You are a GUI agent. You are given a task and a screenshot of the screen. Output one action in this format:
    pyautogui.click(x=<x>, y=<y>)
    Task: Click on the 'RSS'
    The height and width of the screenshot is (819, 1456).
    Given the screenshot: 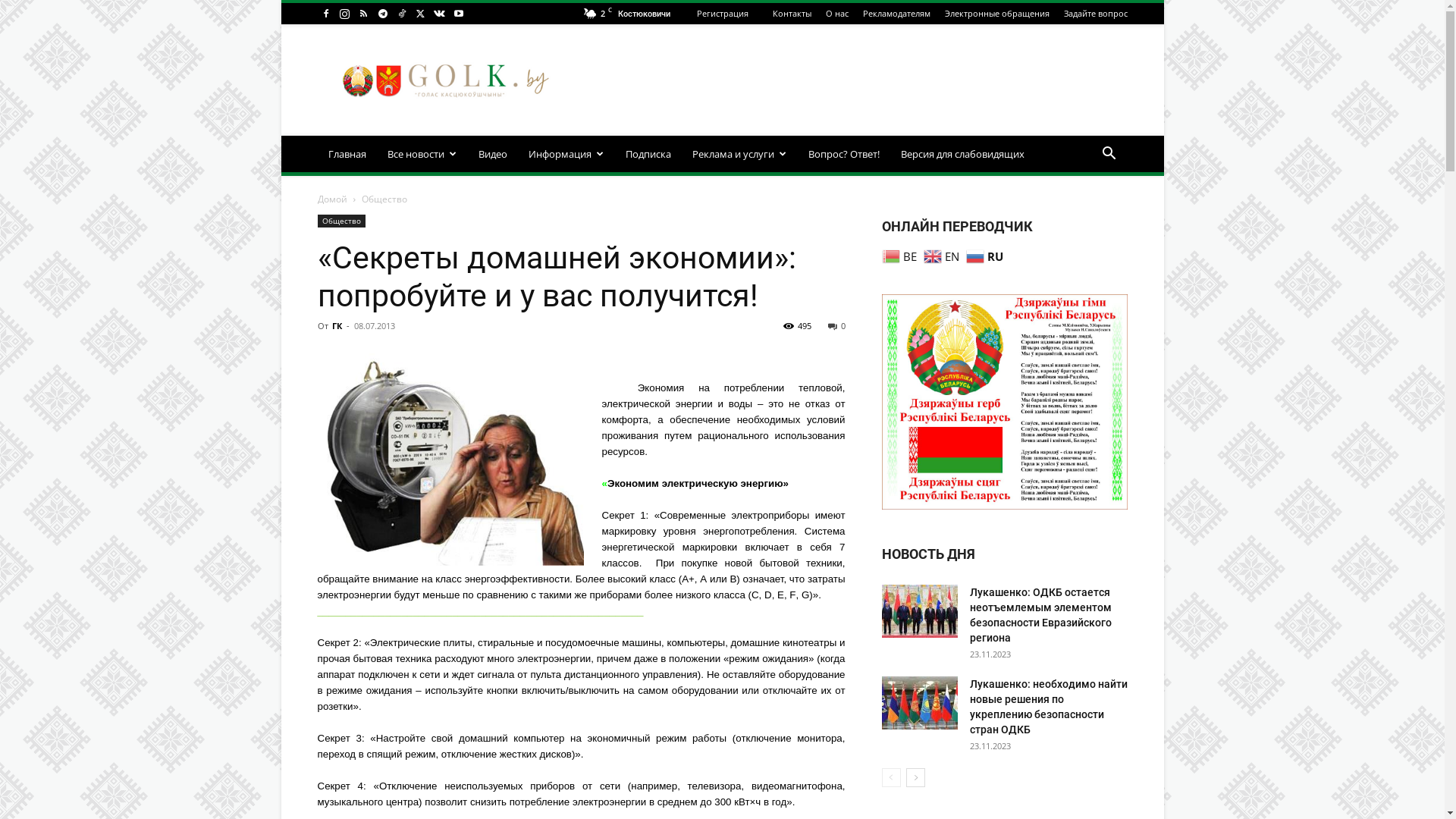 What is the action you would take?
    pyautogui.click(x=362, y=13)
    